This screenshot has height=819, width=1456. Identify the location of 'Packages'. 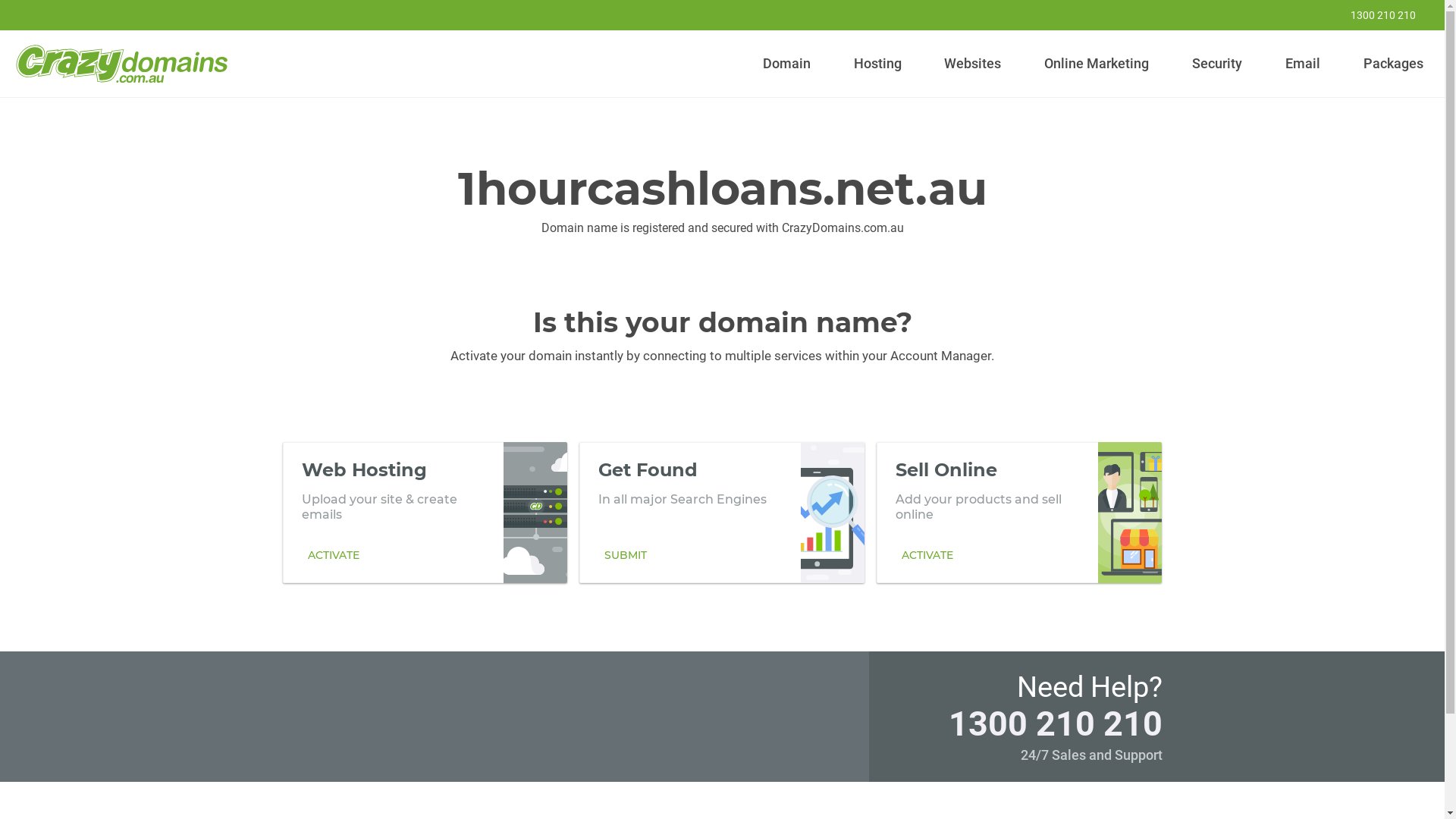
(1393, 63).